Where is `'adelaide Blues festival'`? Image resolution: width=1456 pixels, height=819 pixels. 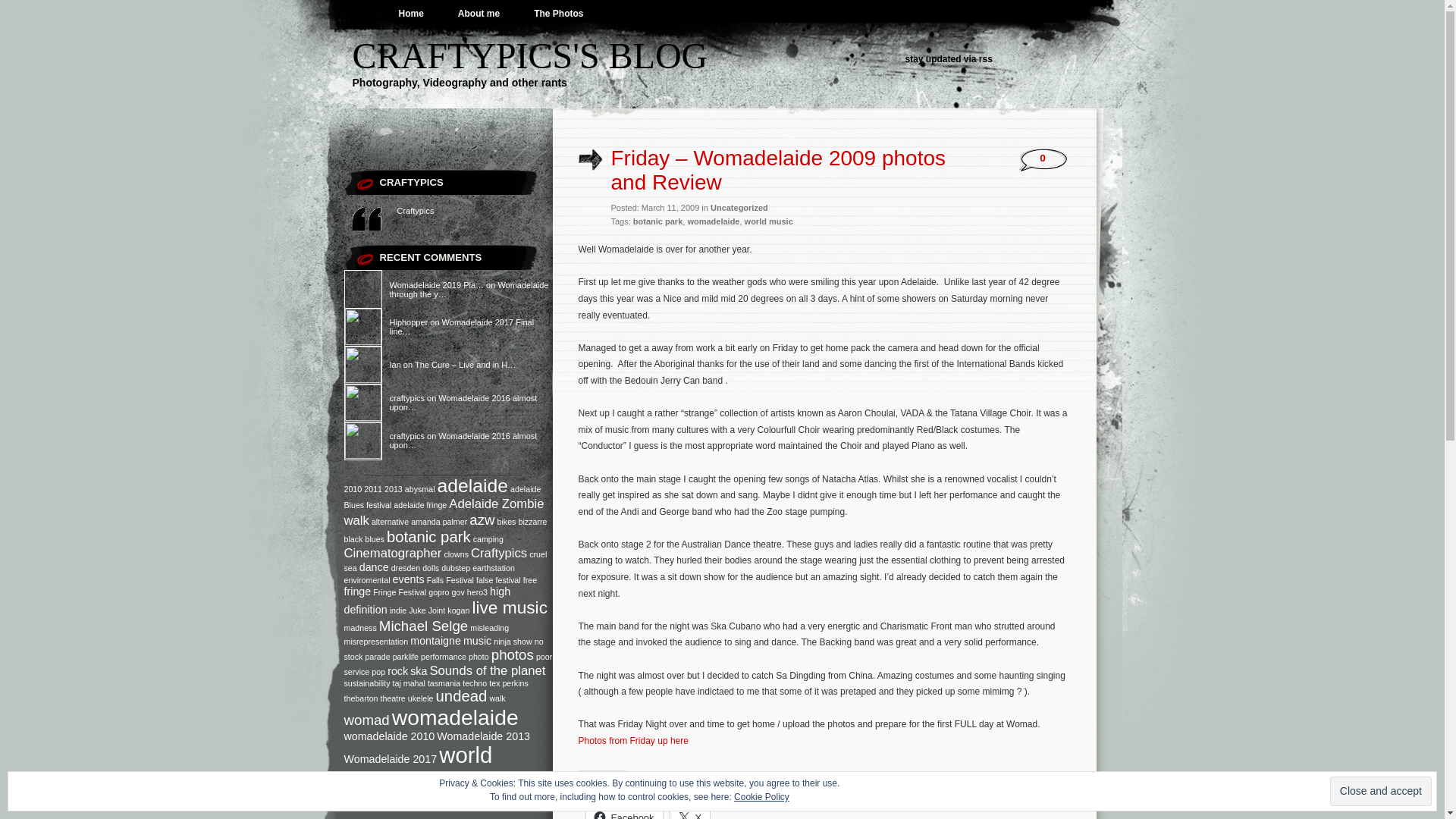 'adelaide Blues festival' is located at coordinates (442, 497).